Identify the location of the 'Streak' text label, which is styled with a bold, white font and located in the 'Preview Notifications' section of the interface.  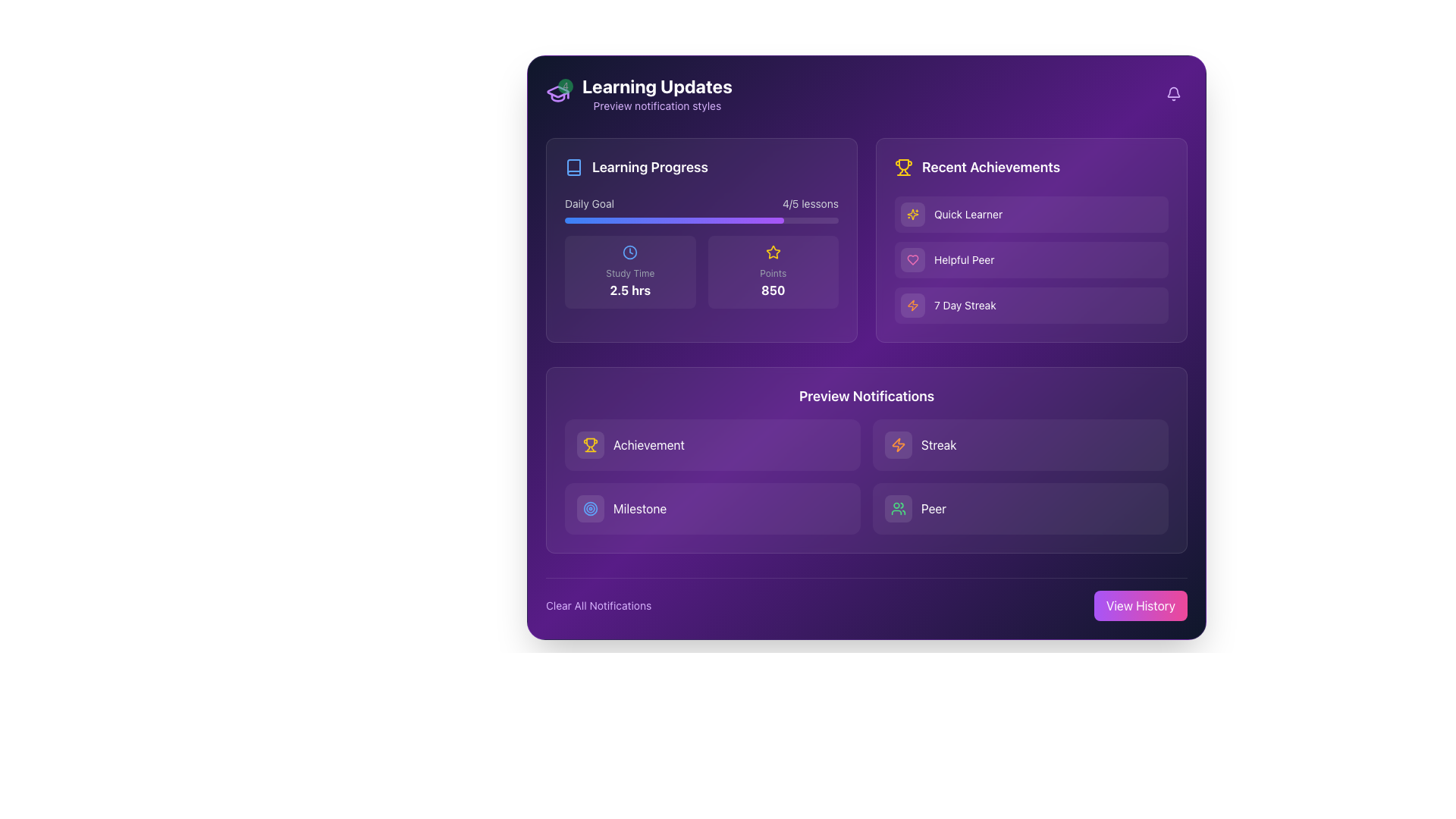
(938, 444).